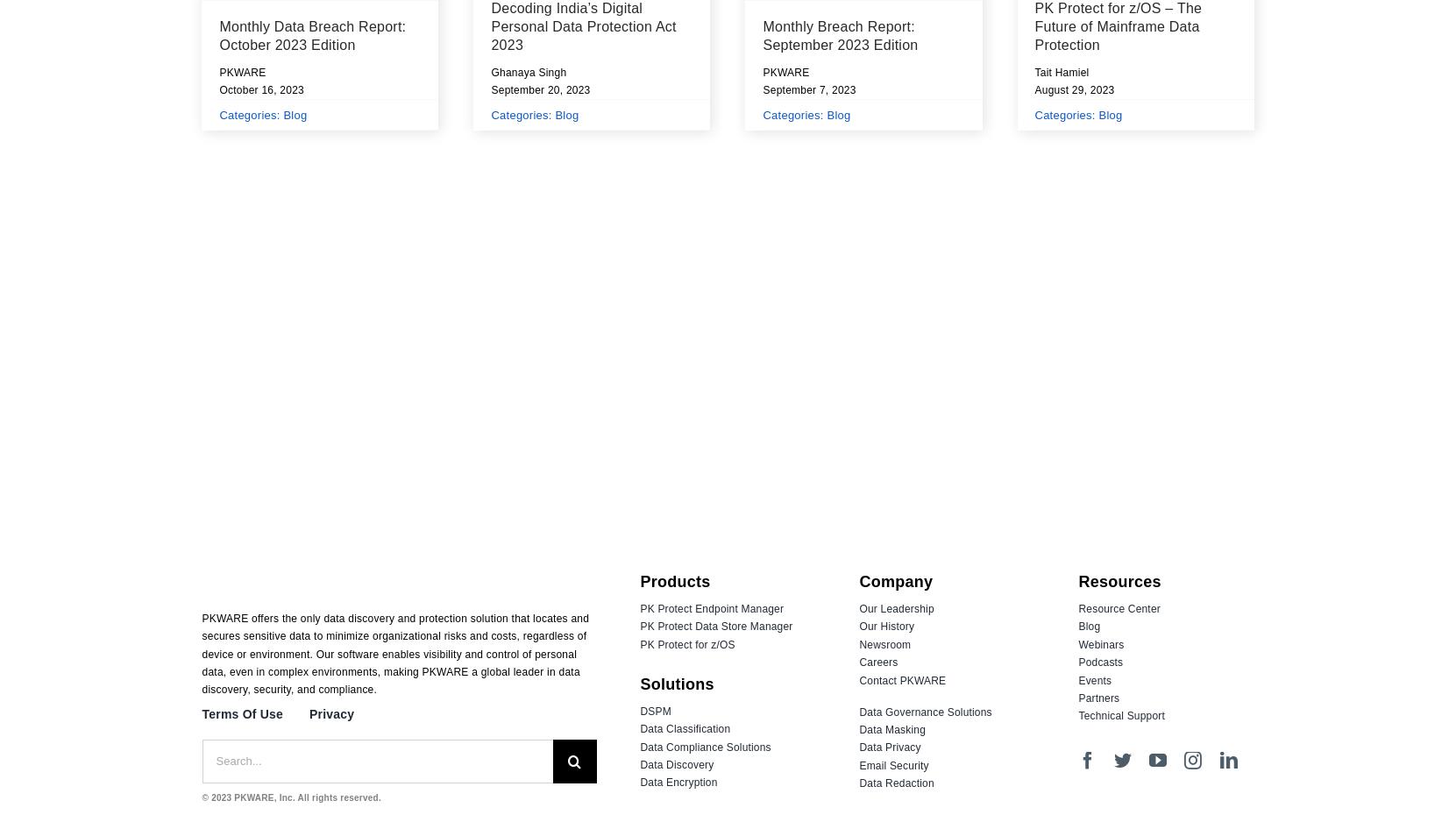 The width and height of the screenshot is (1456, 829). Describe the element at coordinates (896, 581) in the screenshot. I see `'Company'` at that location.